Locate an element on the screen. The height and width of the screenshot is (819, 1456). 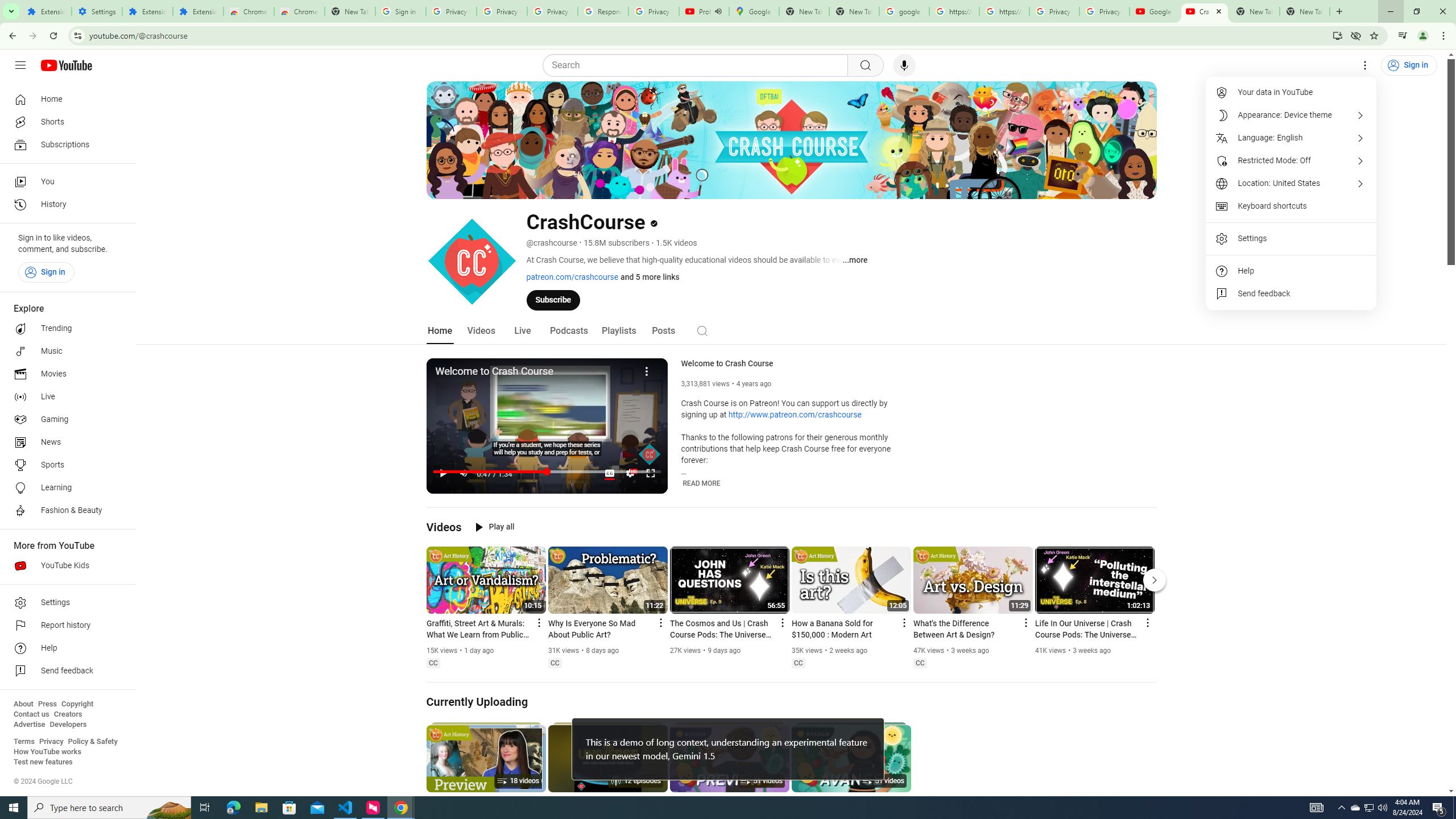
'Install YouTube' is located at coordinates (1337, 35).